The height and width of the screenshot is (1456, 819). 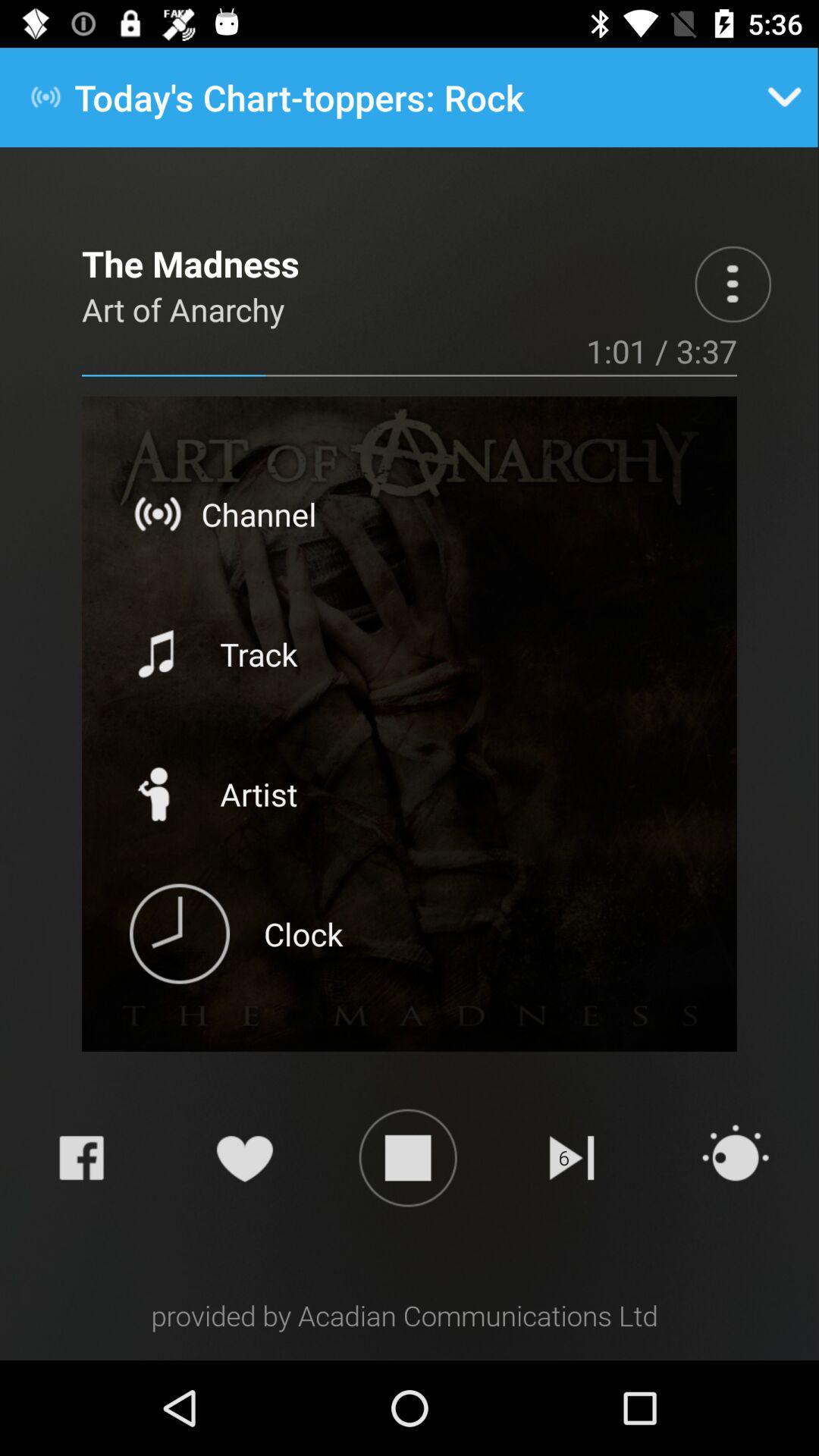 What do you see at coordinates (732, 284) in the screenshot?
I see `the more icon` at bounding box center [732, 284].